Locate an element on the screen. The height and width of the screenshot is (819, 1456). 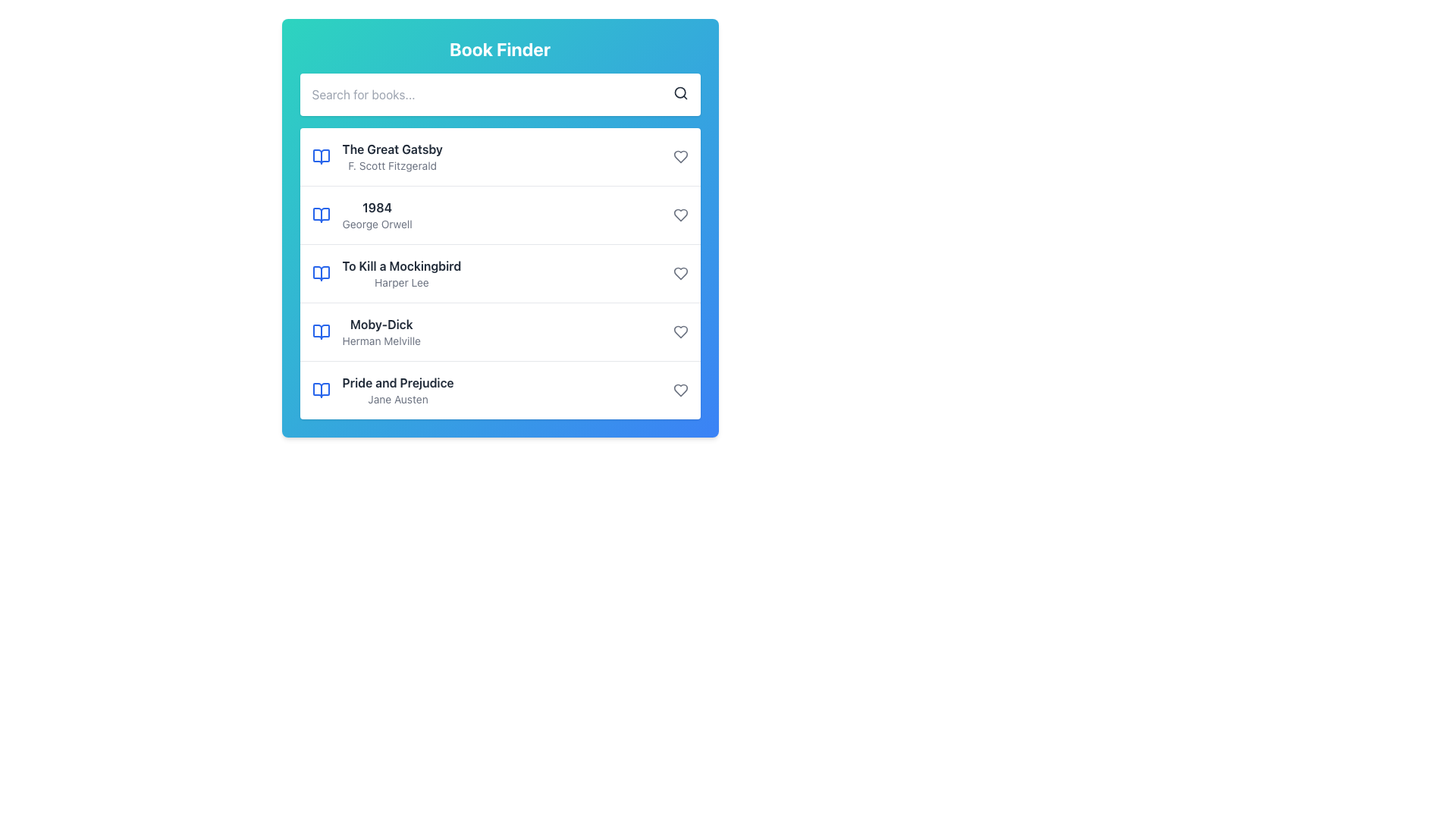
the decorative book icon representing 'The Great Gatsby', which is the first item in a list of similar icons, located to the left of the title and author information is located at coordinates (320, 157).